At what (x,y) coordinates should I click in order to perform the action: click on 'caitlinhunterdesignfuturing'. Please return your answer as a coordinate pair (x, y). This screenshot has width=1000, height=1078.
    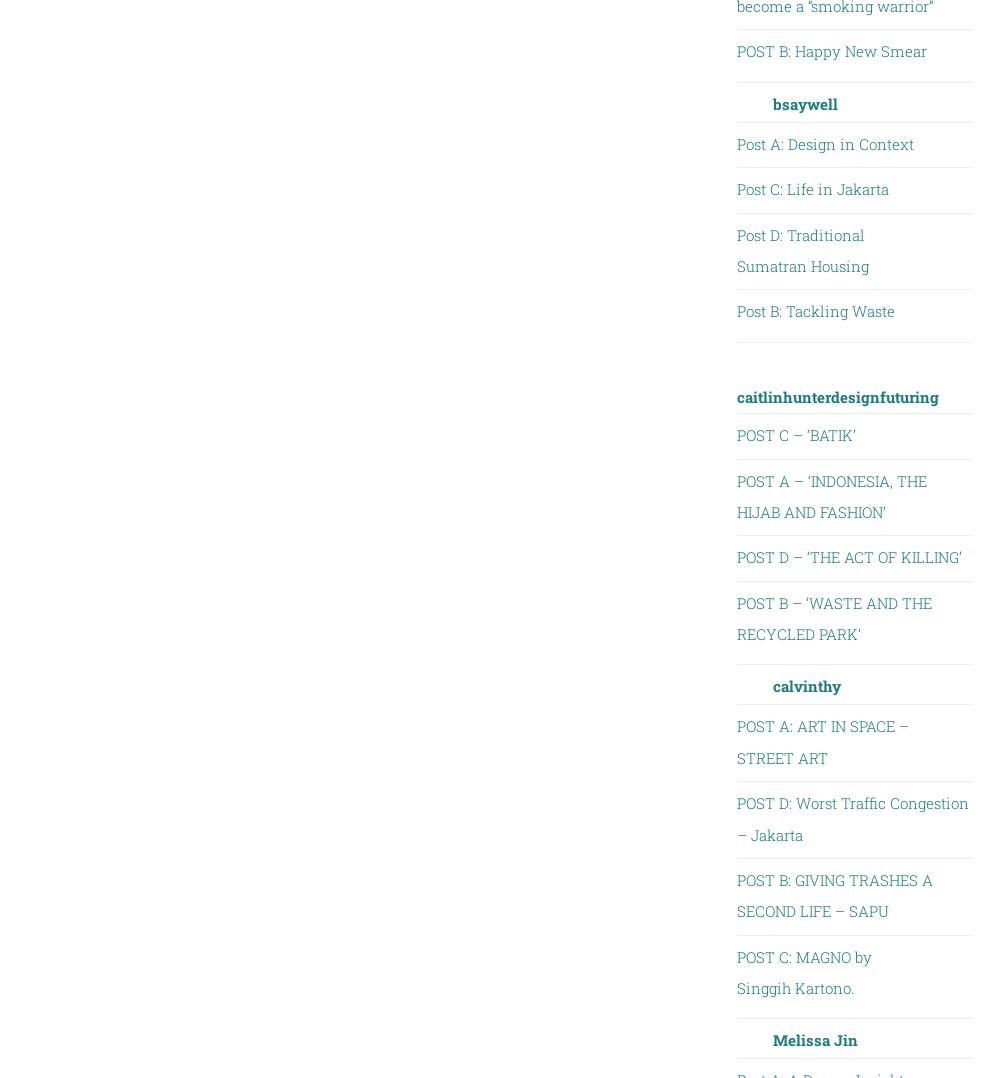
    Looking at the image, I should click on (735, 394).